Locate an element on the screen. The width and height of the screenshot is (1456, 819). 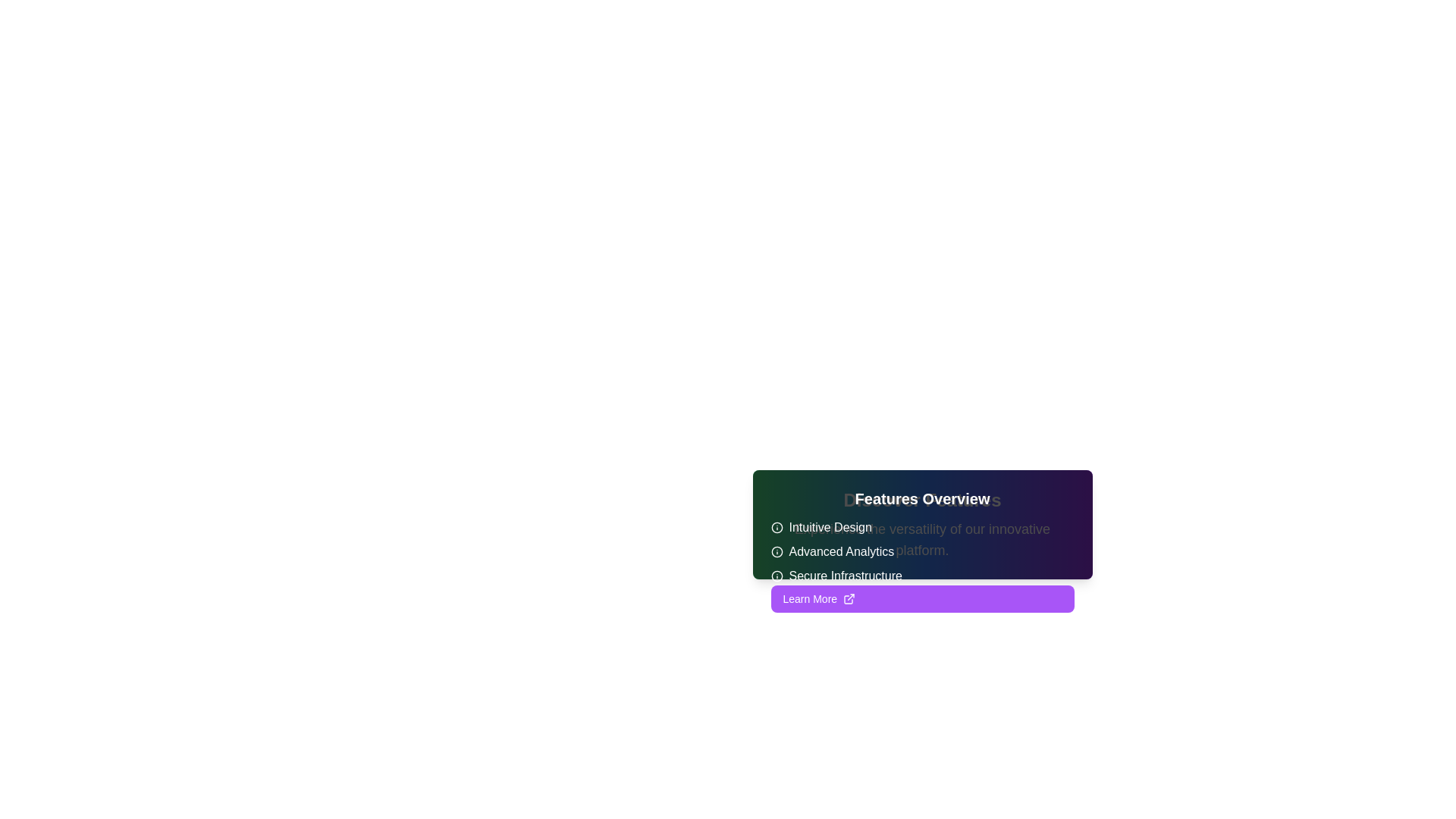
header text displaying 'Features Overview' which is styled in a large, bold font and positioned at the top-center of the card-like section is located at coordinates (921, 499).